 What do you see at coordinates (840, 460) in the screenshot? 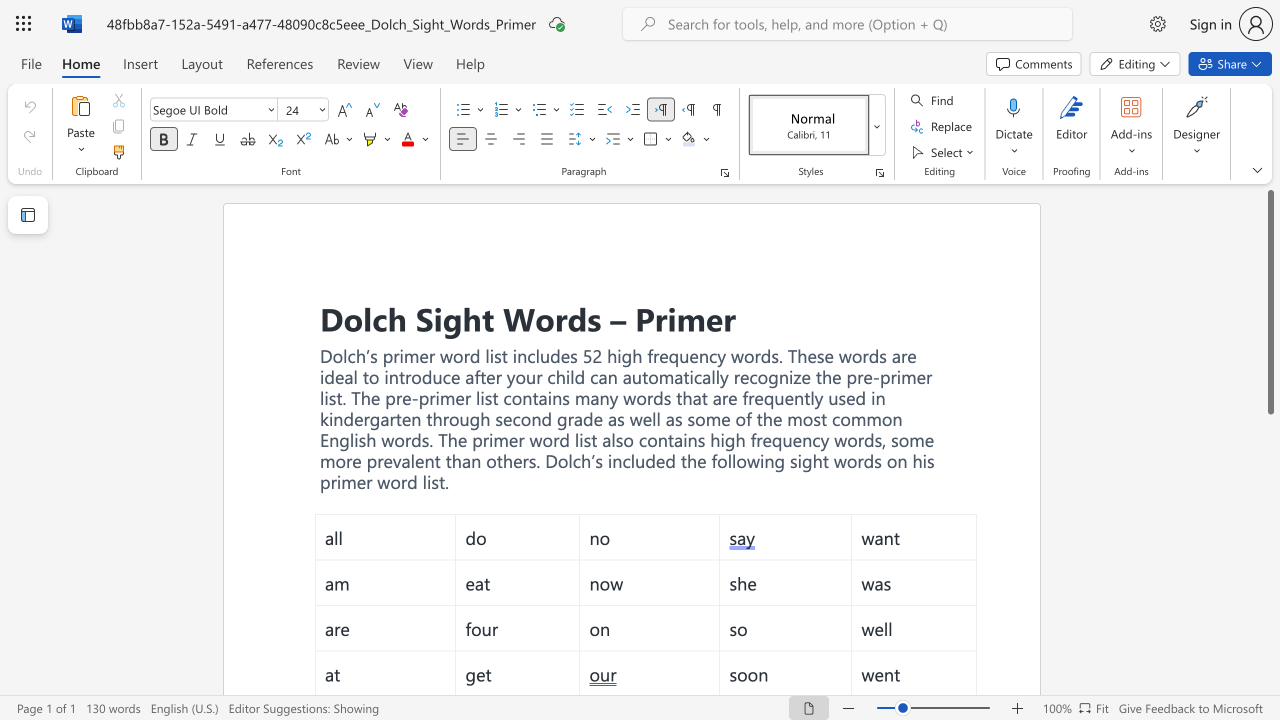
I see `the 2th character "w" in the text` at bounding box center [840, 460].